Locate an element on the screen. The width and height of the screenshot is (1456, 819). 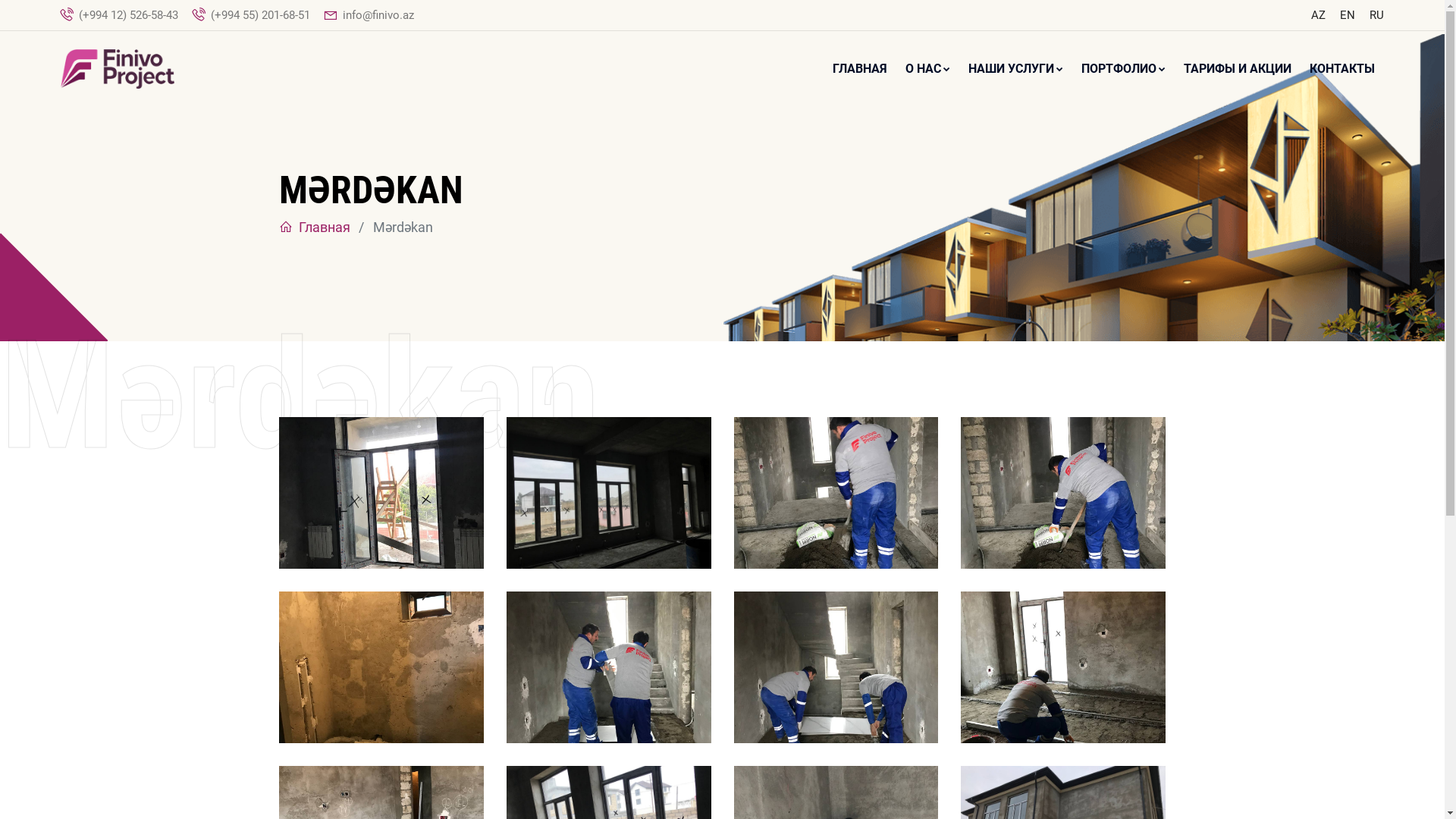
'RU' is located at coordinates (1376, 14).